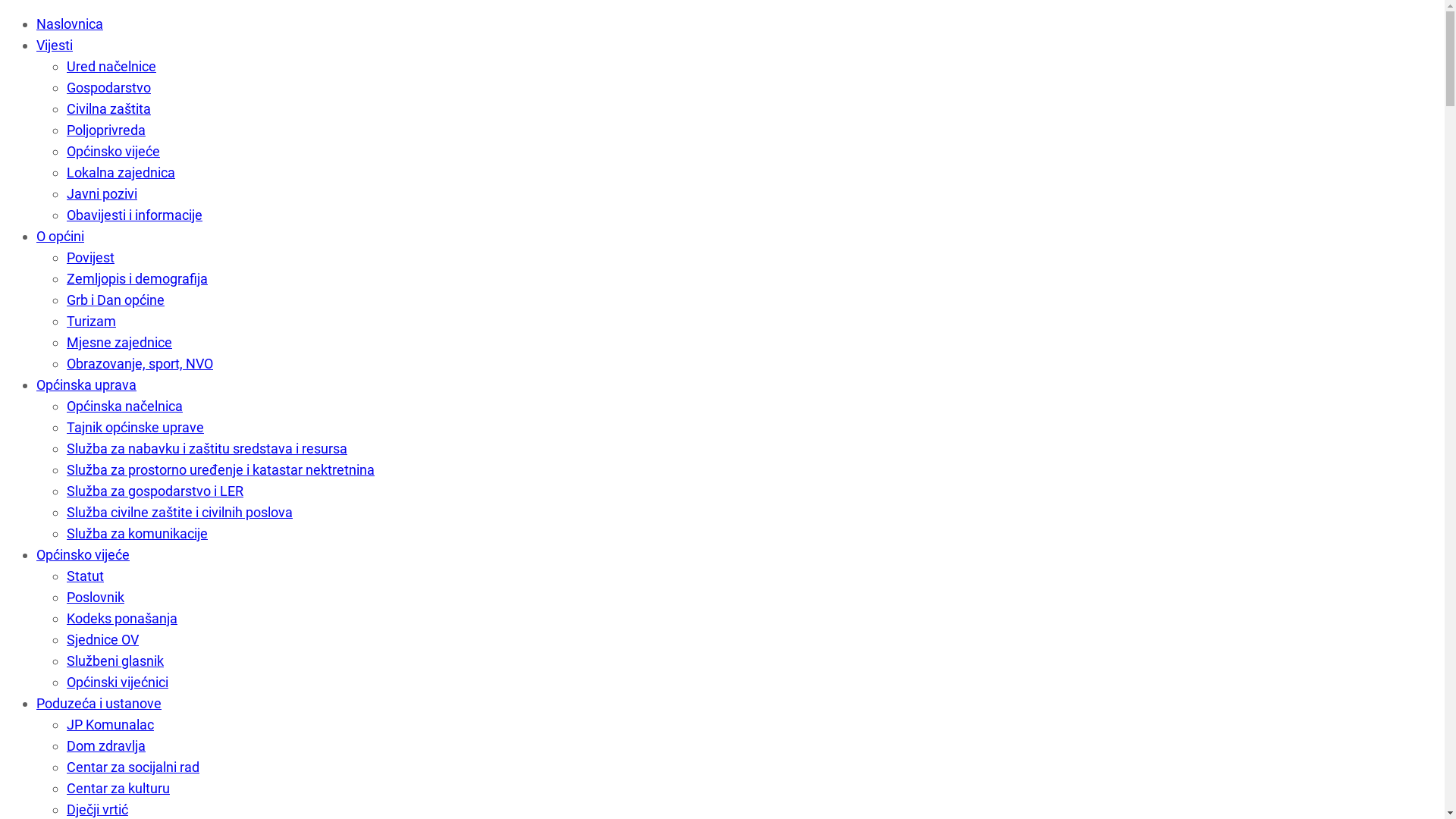 The height and width of the screenshot is (819, 1456). Describe the element at coordinates (94, 596) in the screenshot. I see `'Poslovnik'` at that location.